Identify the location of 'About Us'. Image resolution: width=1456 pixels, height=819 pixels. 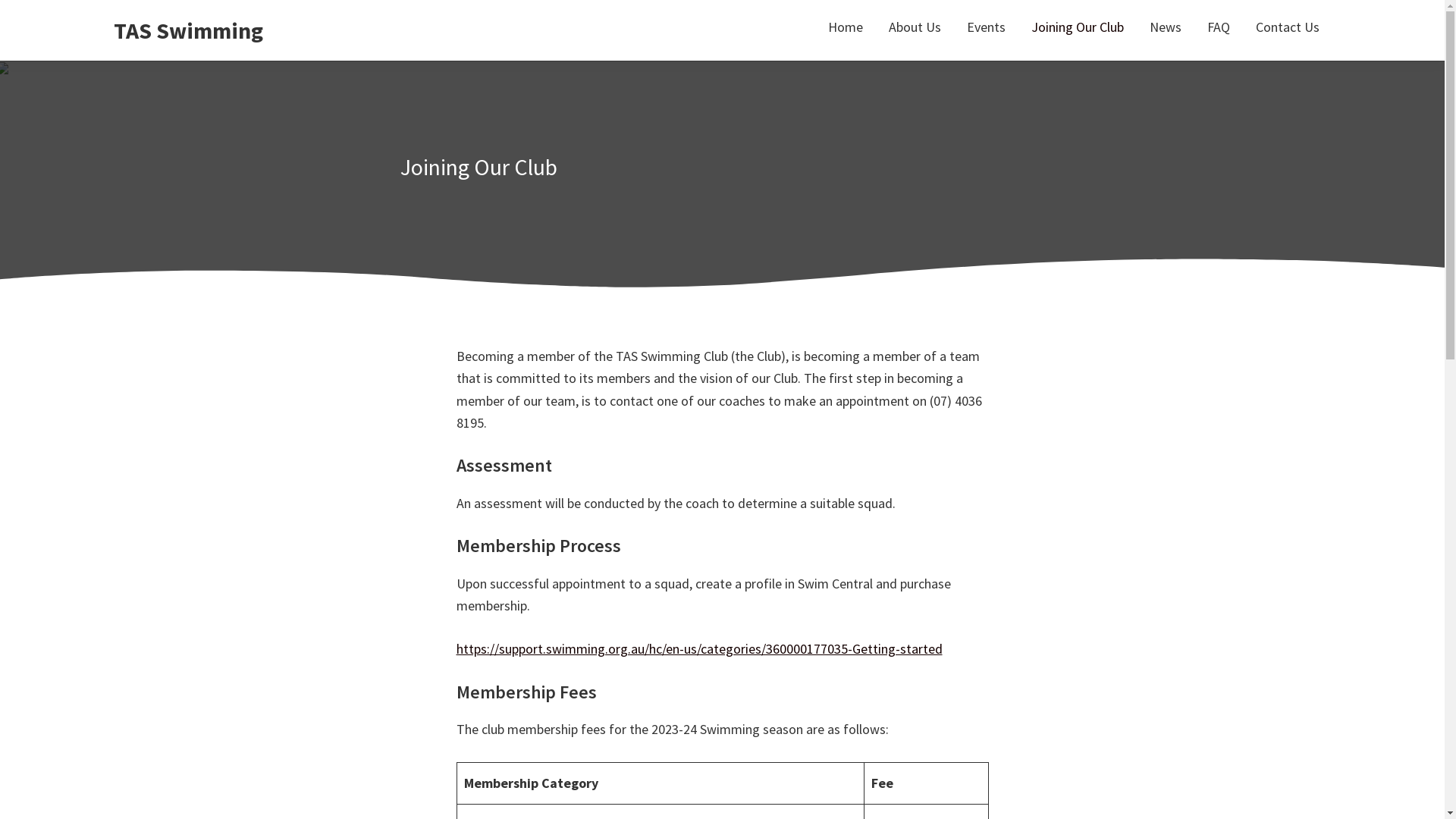
(914, 27).